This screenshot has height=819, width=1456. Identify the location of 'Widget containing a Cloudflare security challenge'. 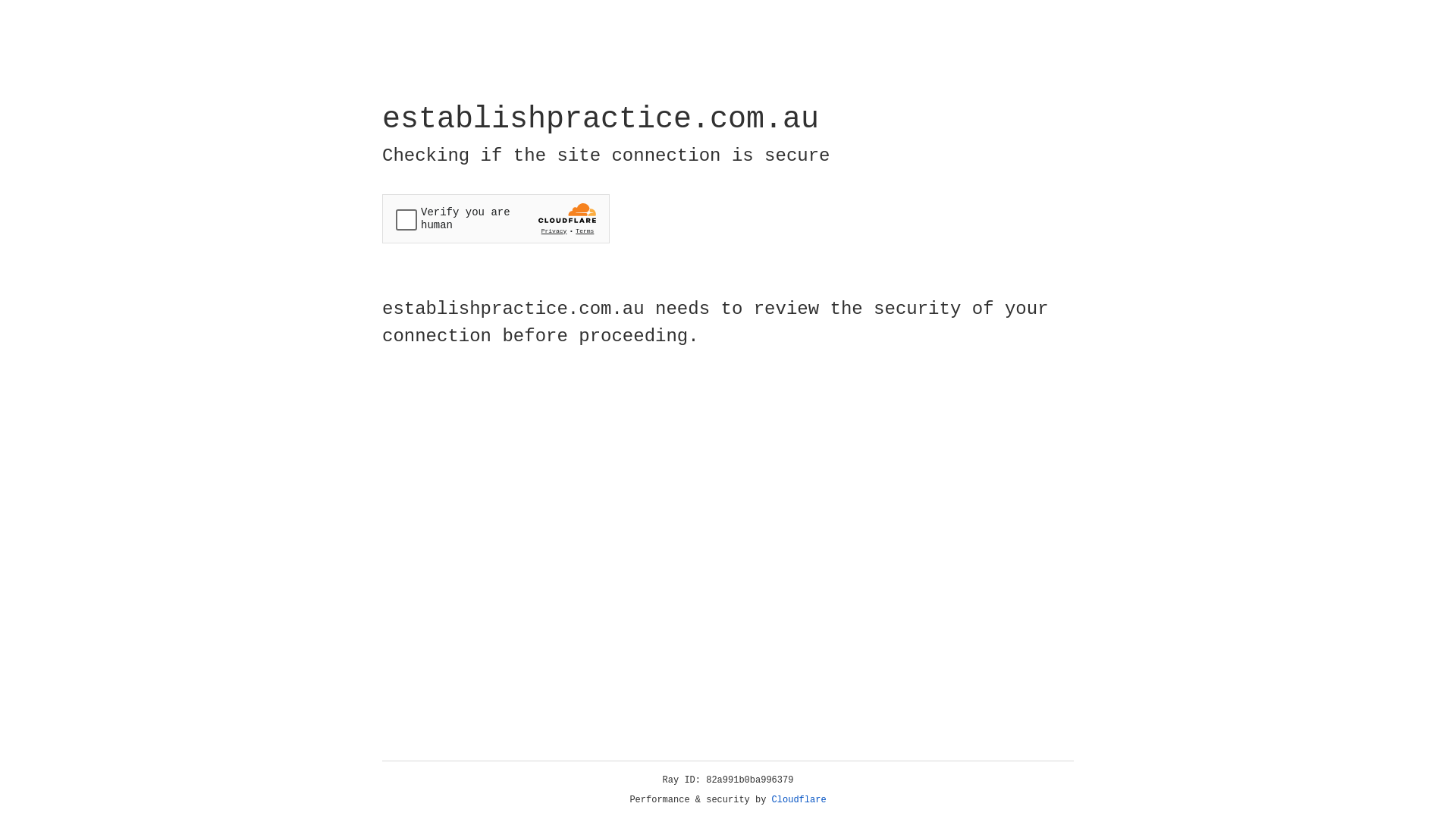
(495, 218).